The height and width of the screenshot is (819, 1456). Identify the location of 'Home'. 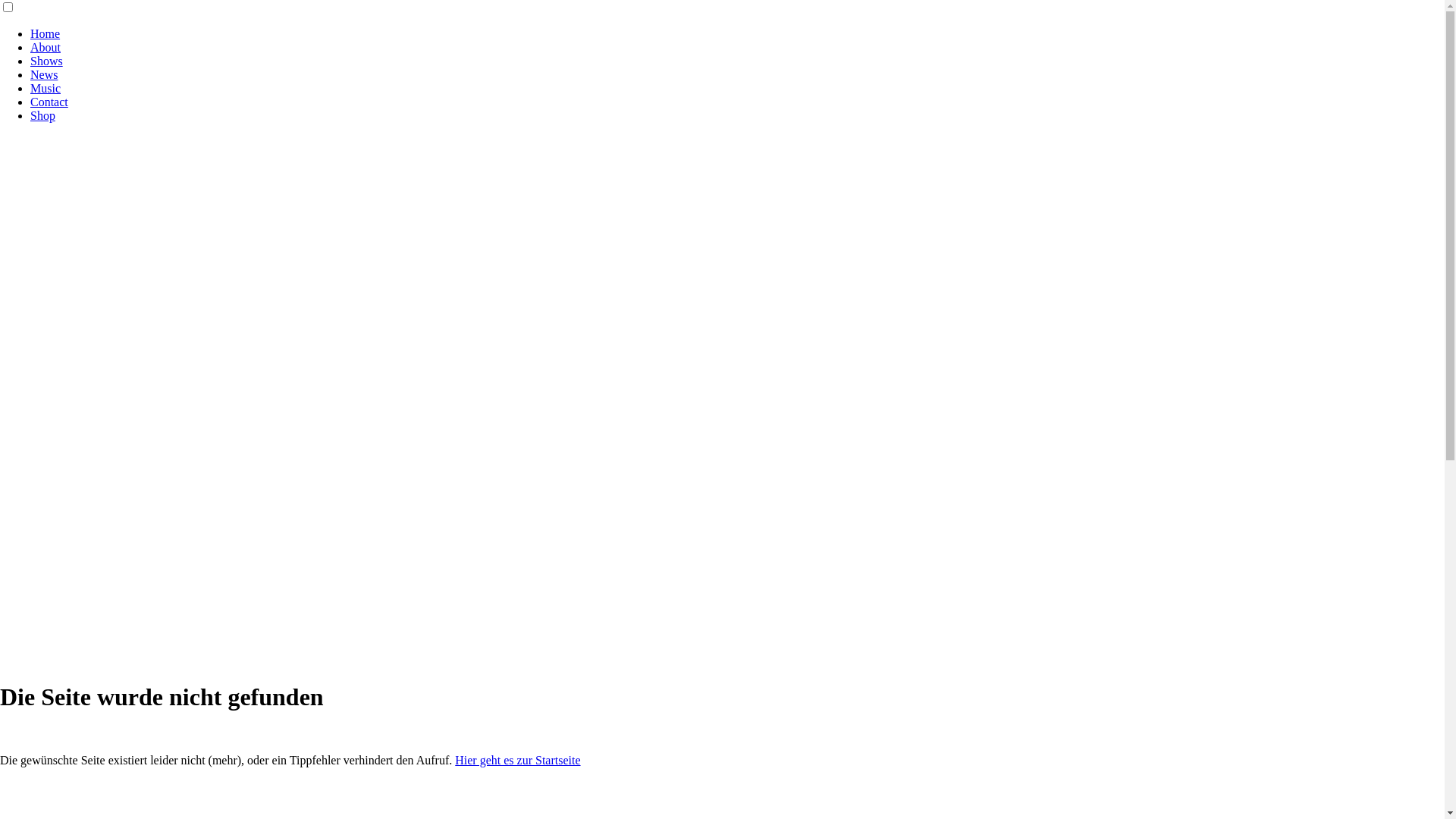
(30, 33).